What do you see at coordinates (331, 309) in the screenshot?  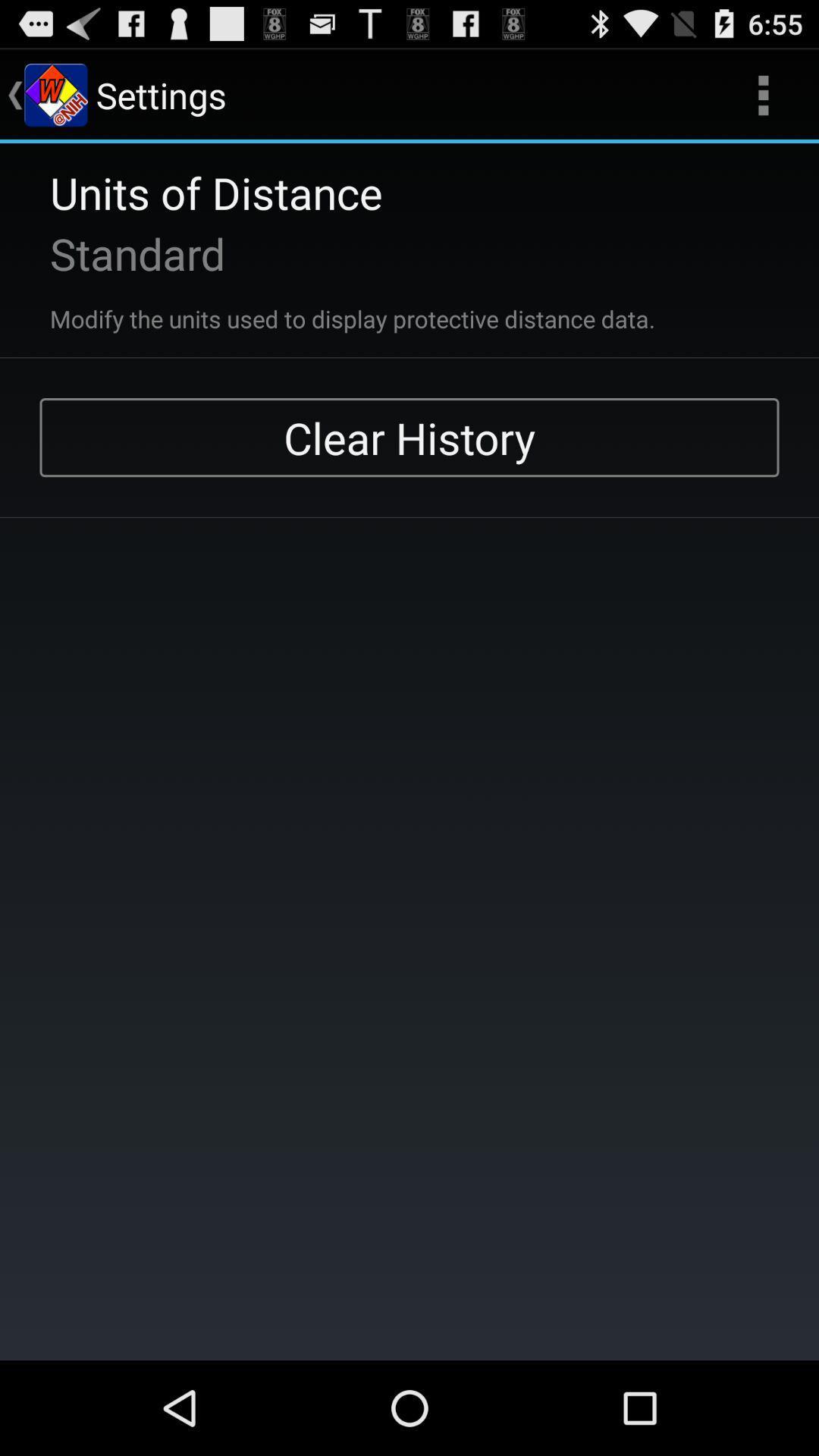 I see `the item below the standard app` at bounding box center [331, 309].